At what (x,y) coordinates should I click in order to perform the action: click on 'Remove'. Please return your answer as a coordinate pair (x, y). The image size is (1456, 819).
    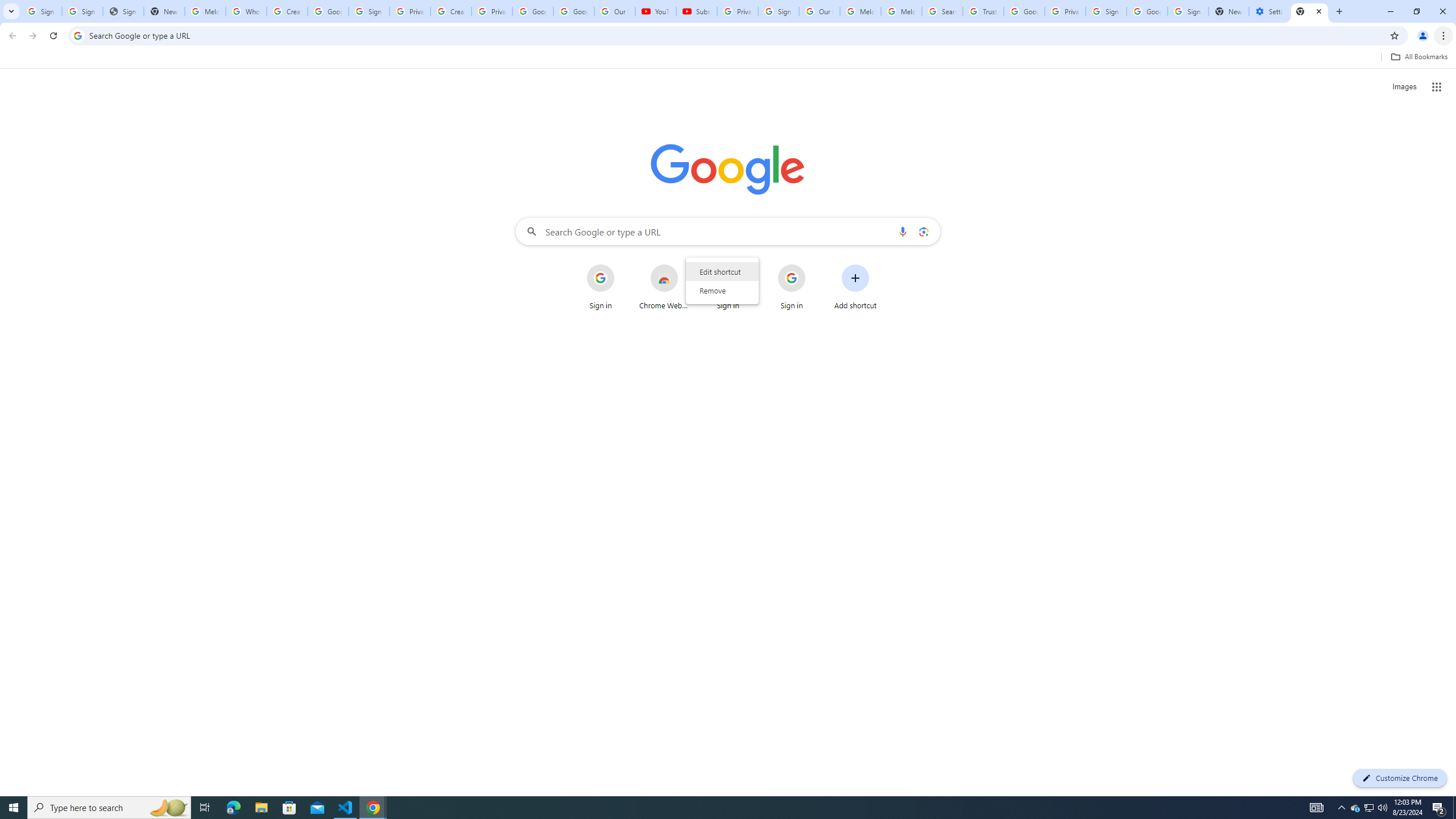
    Looking at the image, I should click on (721, 289).